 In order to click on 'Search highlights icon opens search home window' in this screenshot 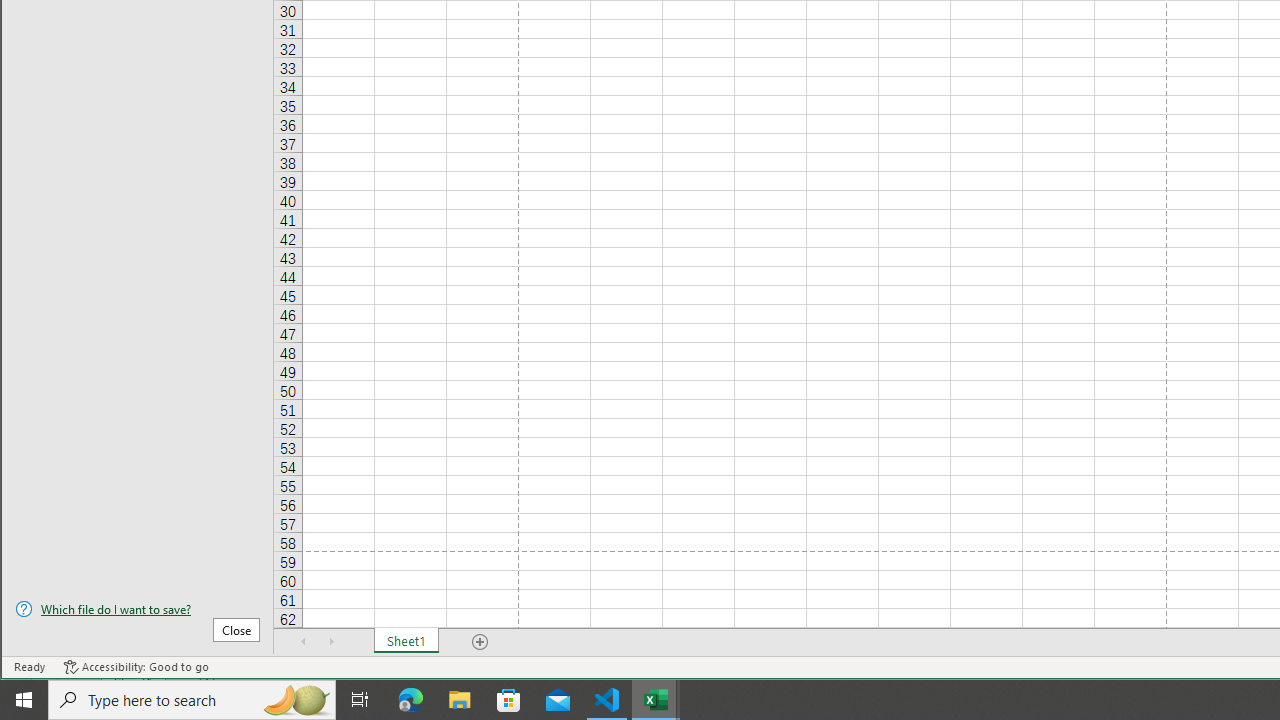, I will do `click(294, 698)`.